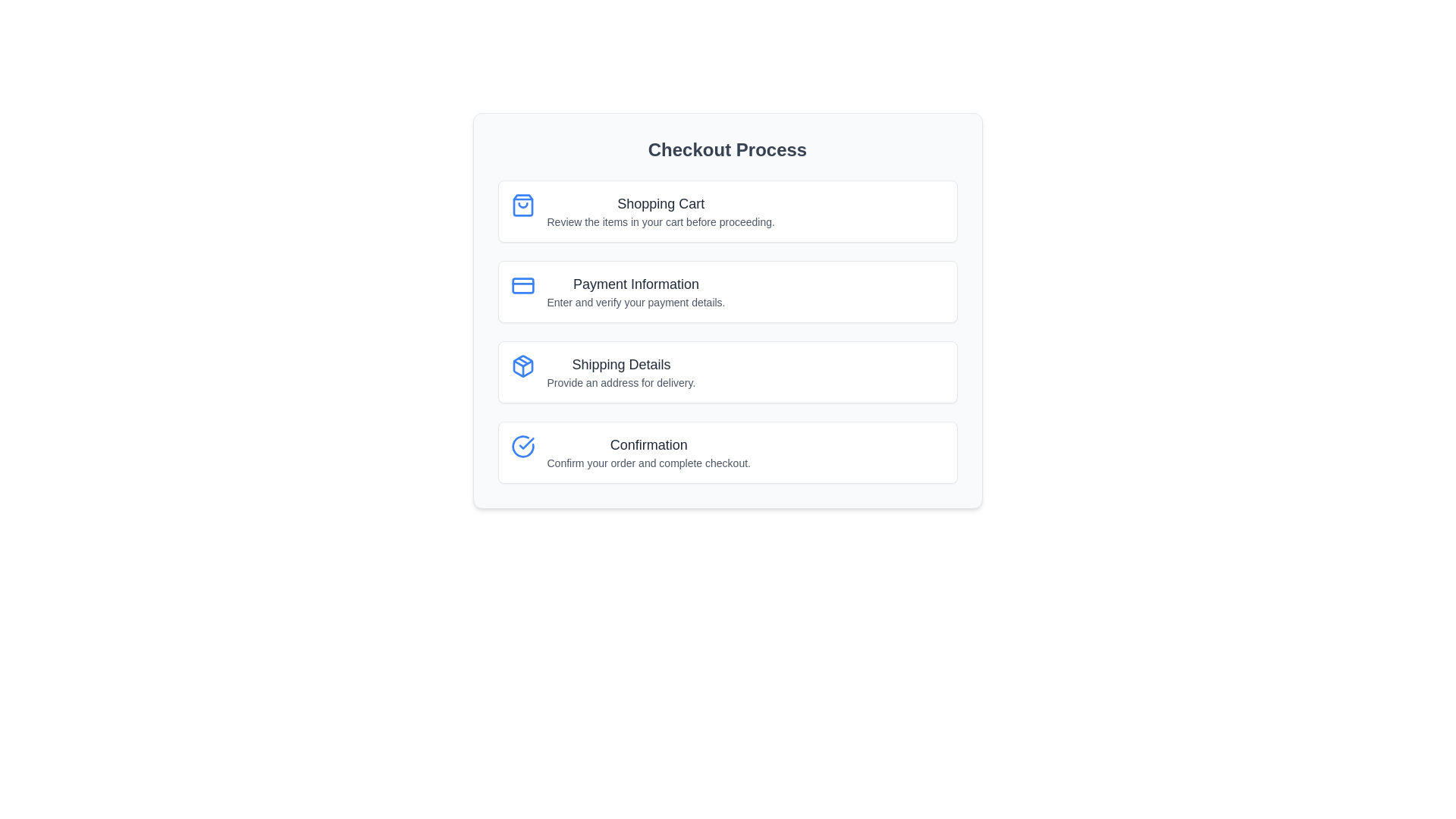  I want to click on the confirmation icon located to the left of the text 'Confirmation' in the fourth item of the 'Checkout Process' list to interact with the associated functionality, so click(522, 446).